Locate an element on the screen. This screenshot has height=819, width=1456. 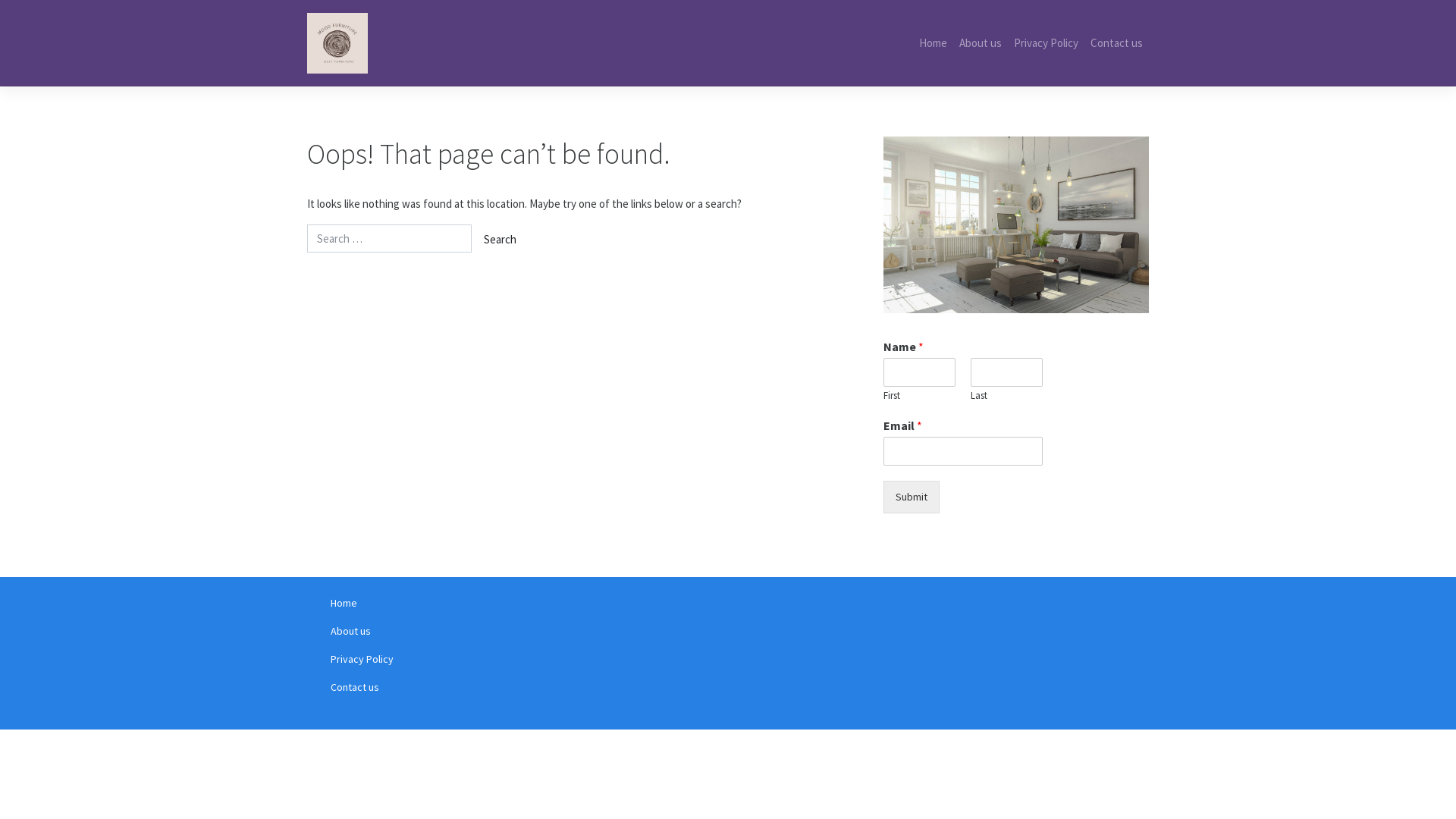
'Privacy Policy' is located at coordinates (1008, 42).